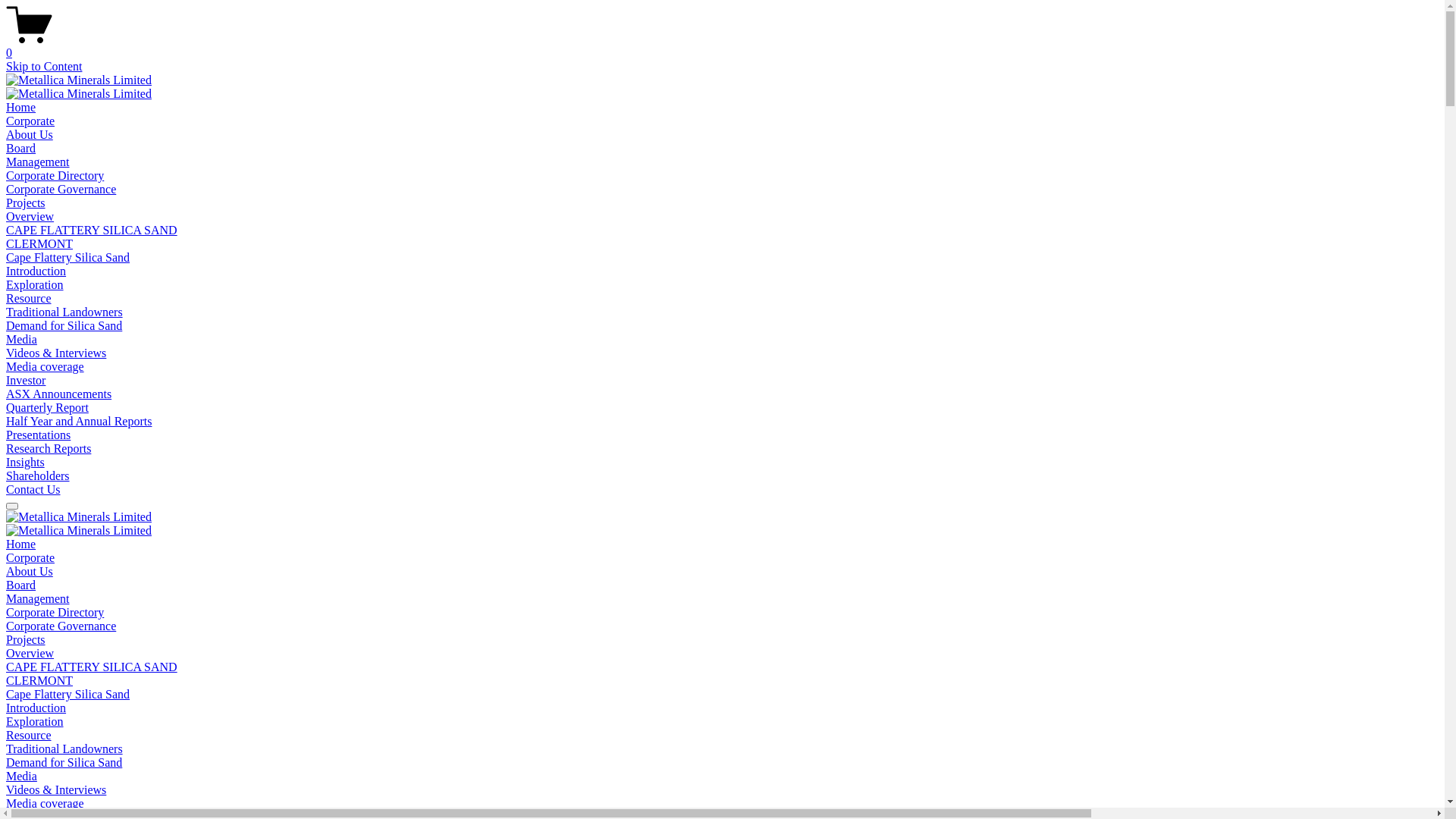  Describe the element at coordinates (29, 571) in the screenshot. I see `'About Us'` at that location.